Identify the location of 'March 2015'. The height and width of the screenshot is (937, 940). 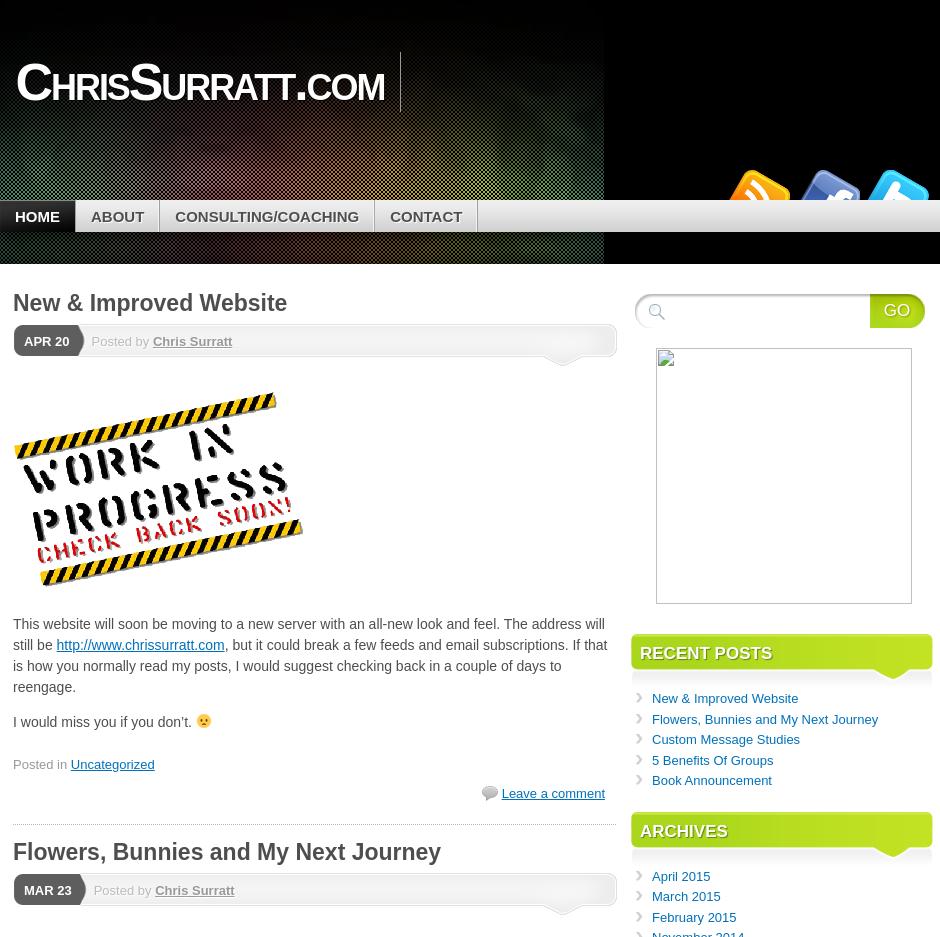
(685, 895).